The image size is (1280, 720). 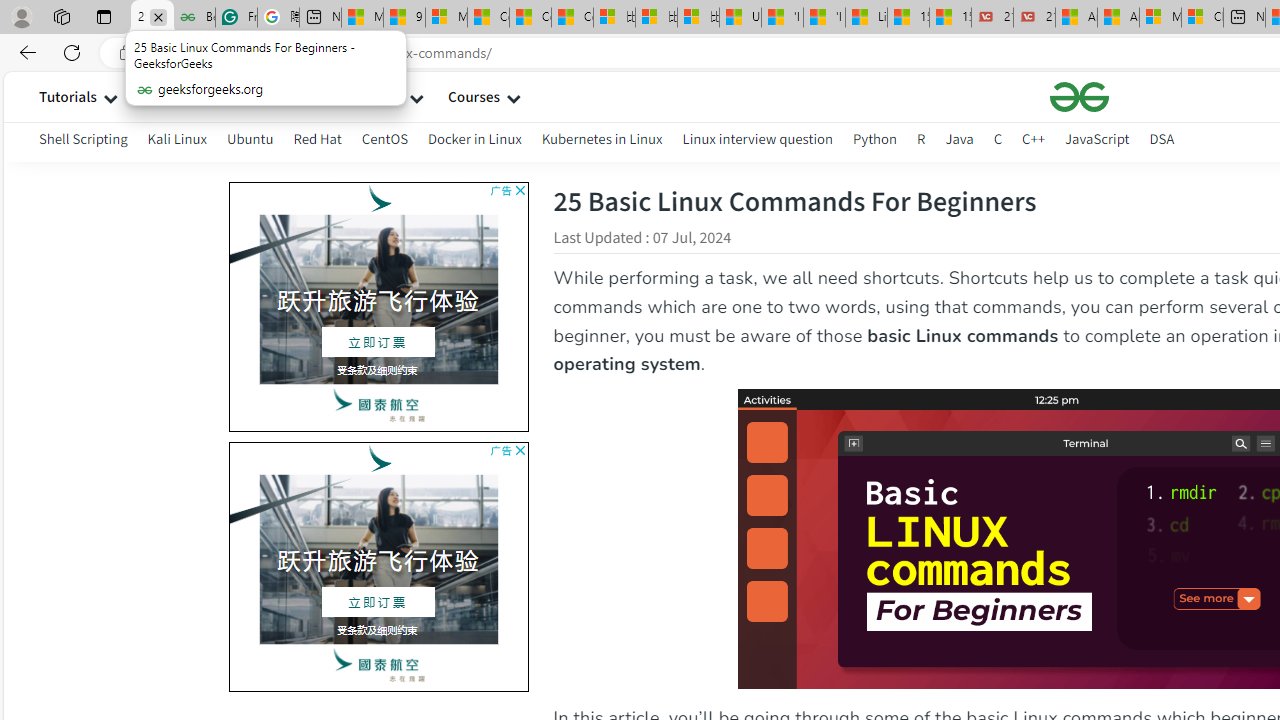 What do you see at coordinates (874, 141) in the screenshot?
I see `'Python'` at bounding box center [874, 141].